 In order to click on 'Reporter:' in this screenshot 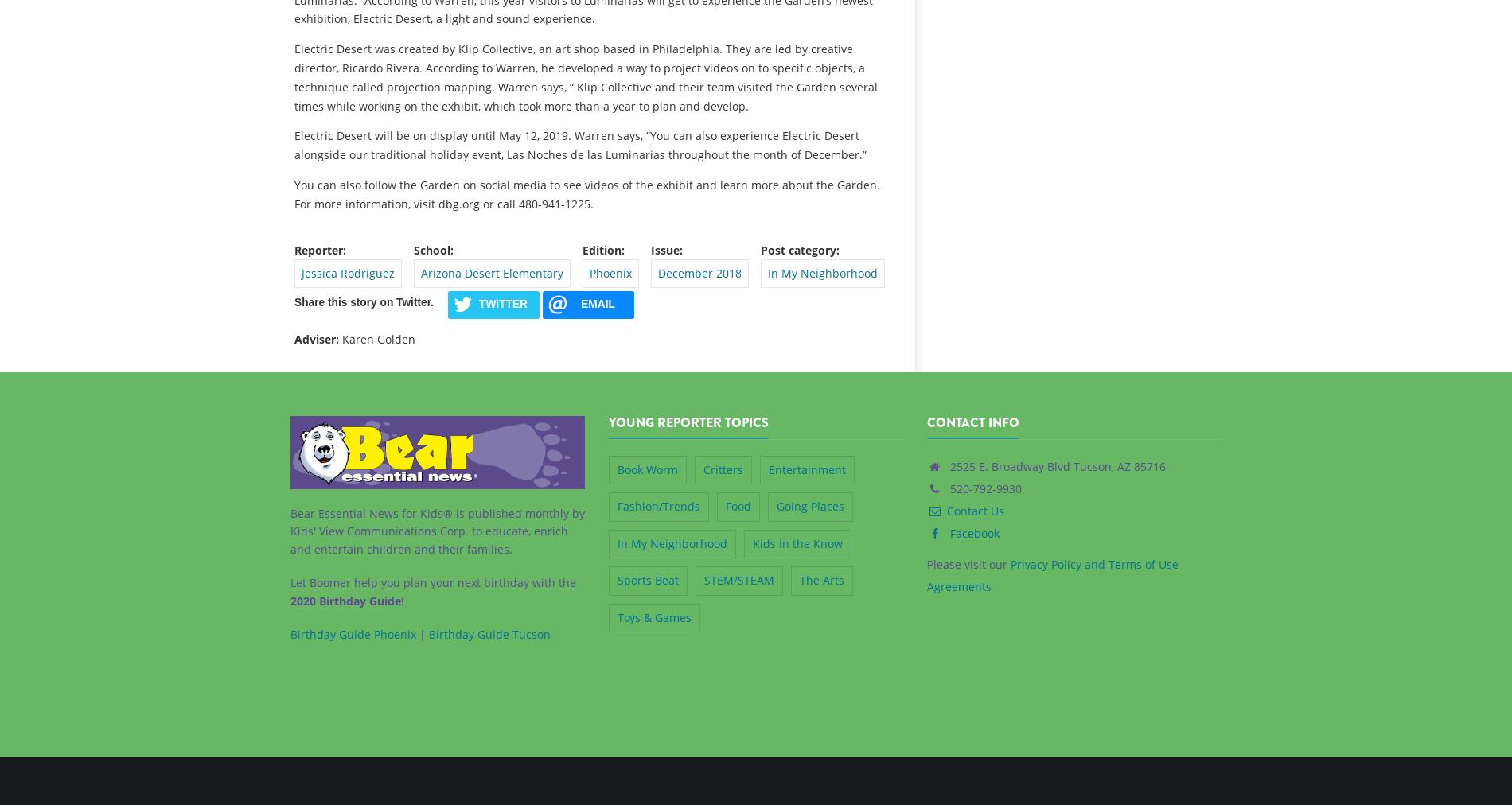, I will do `click(321, 248)`.